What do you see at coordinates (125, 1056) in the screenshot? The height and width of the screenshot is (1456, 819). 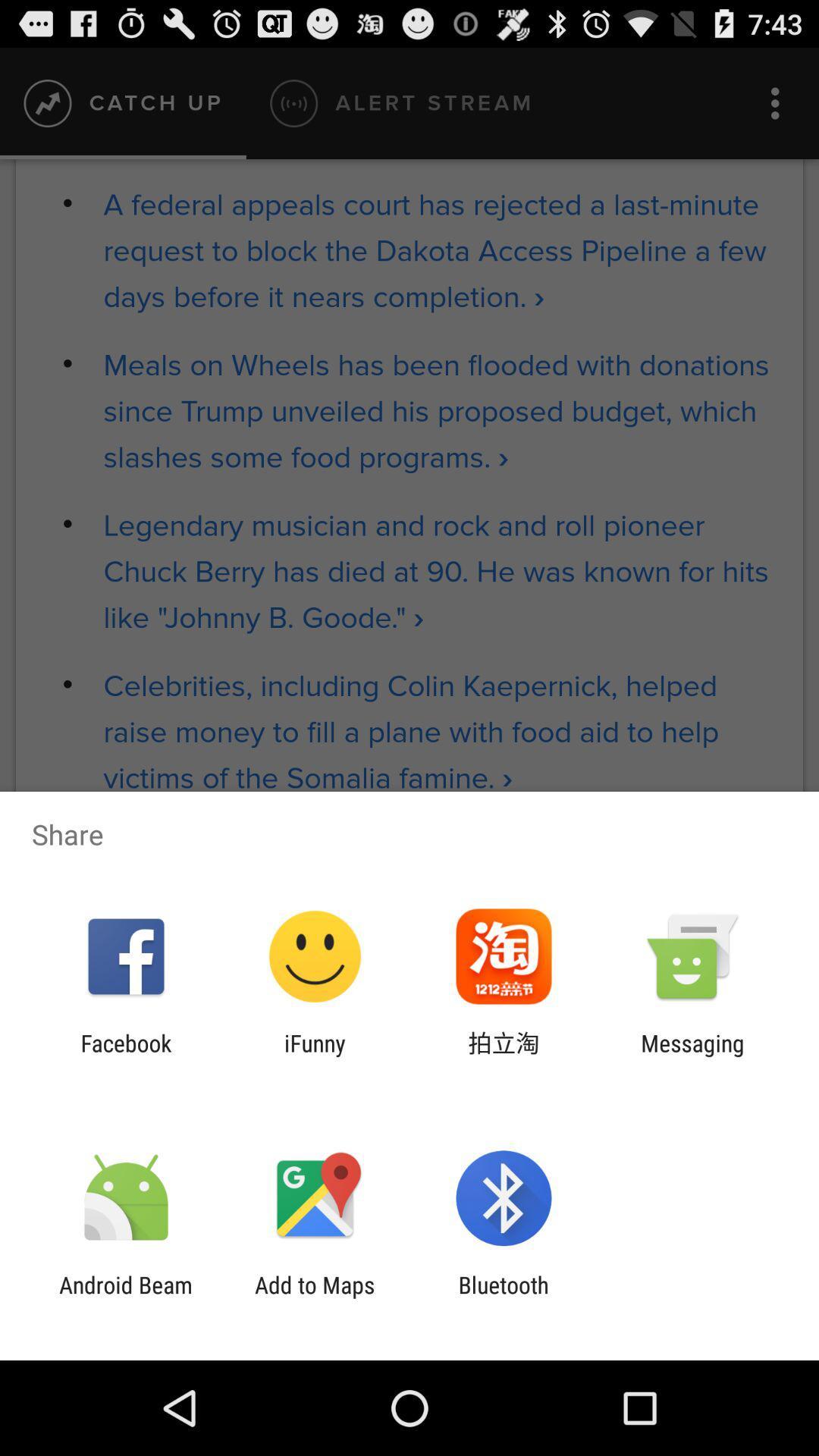 I see `facebook` at bounding box center [125, 1056].